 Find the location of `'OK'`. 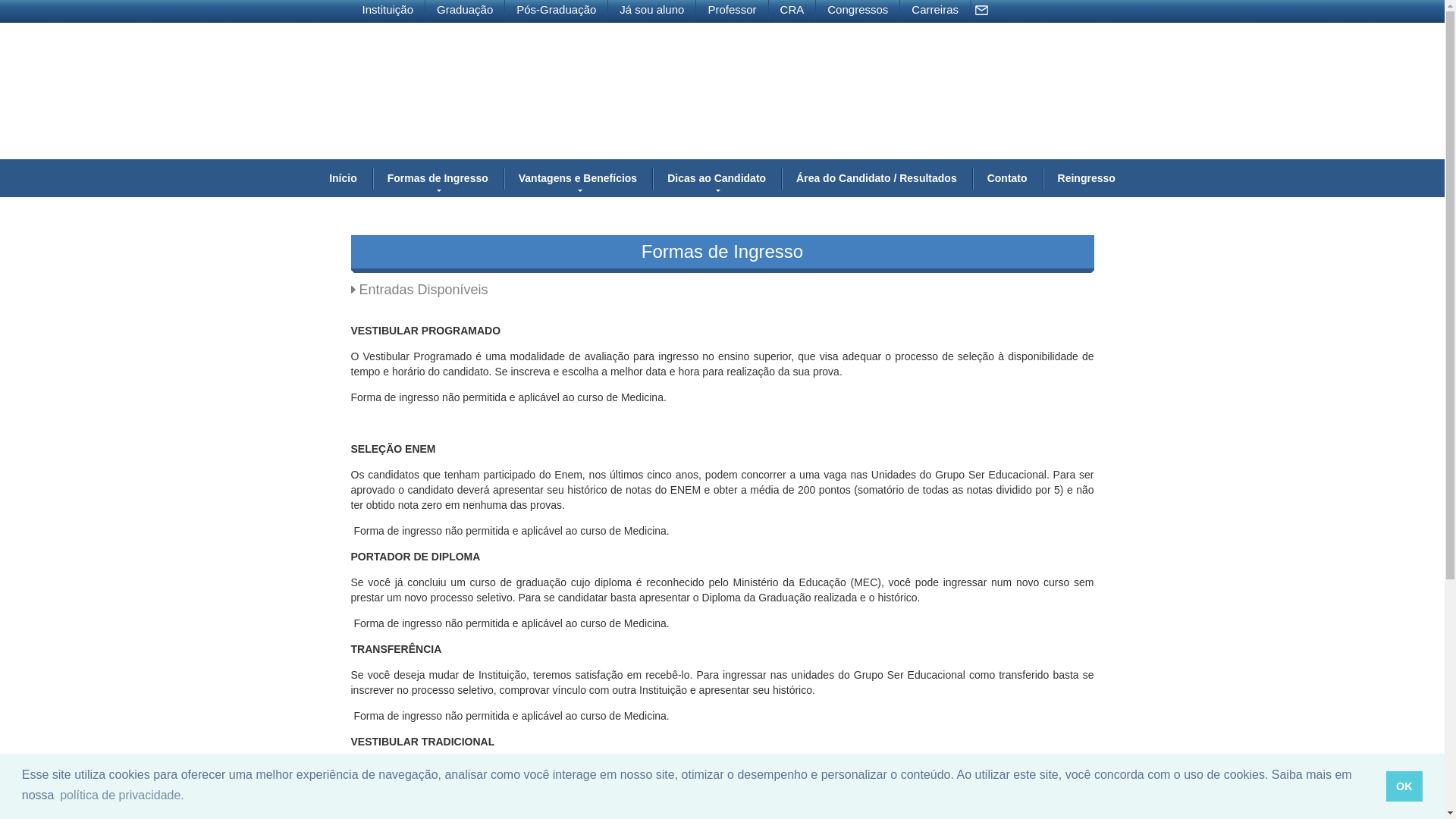

'OK' is located at coordinates (1386, 786).